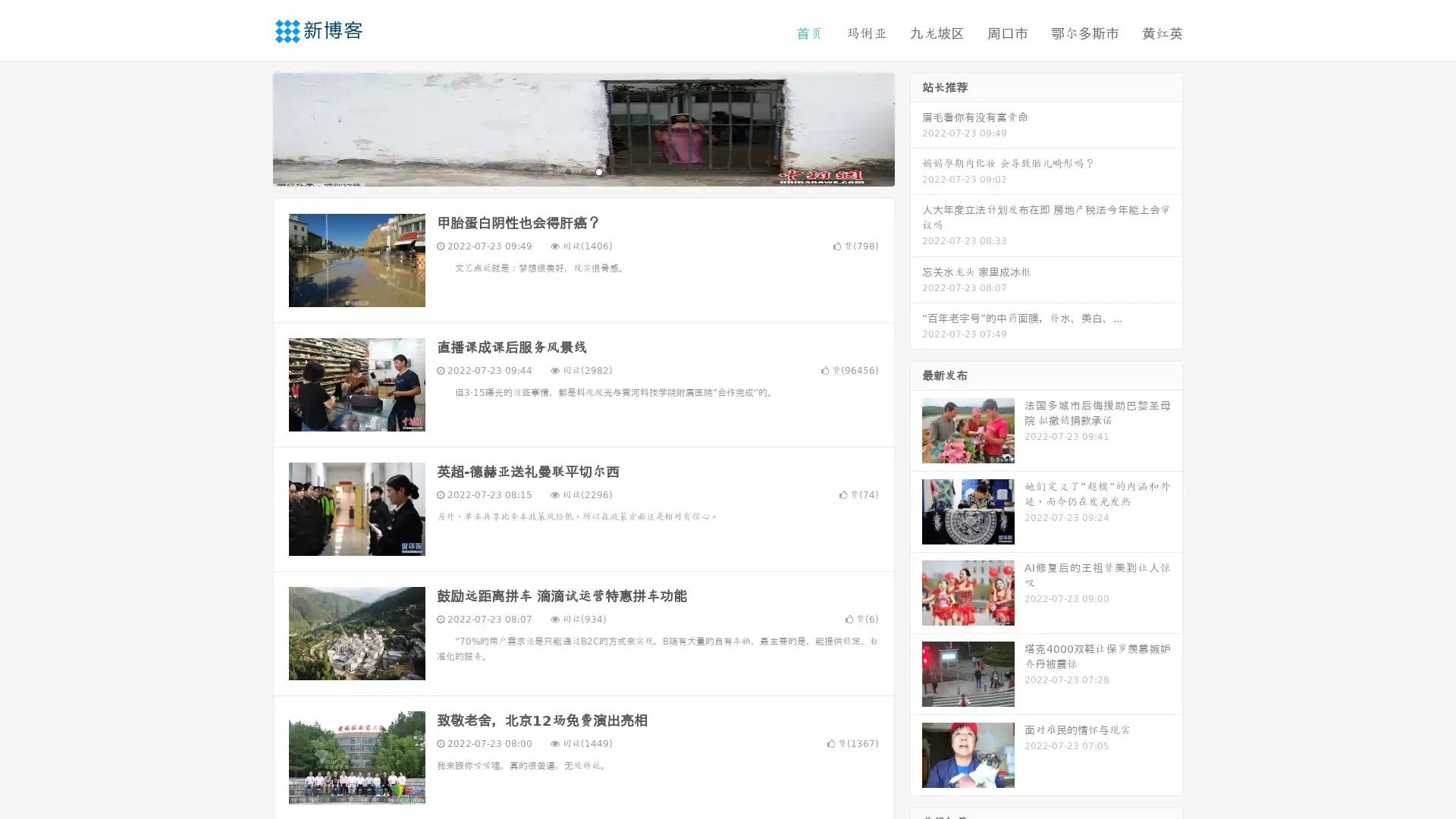 This screenshot has width=1456, height=819. I want to click on Next slide, so click(916, 127).